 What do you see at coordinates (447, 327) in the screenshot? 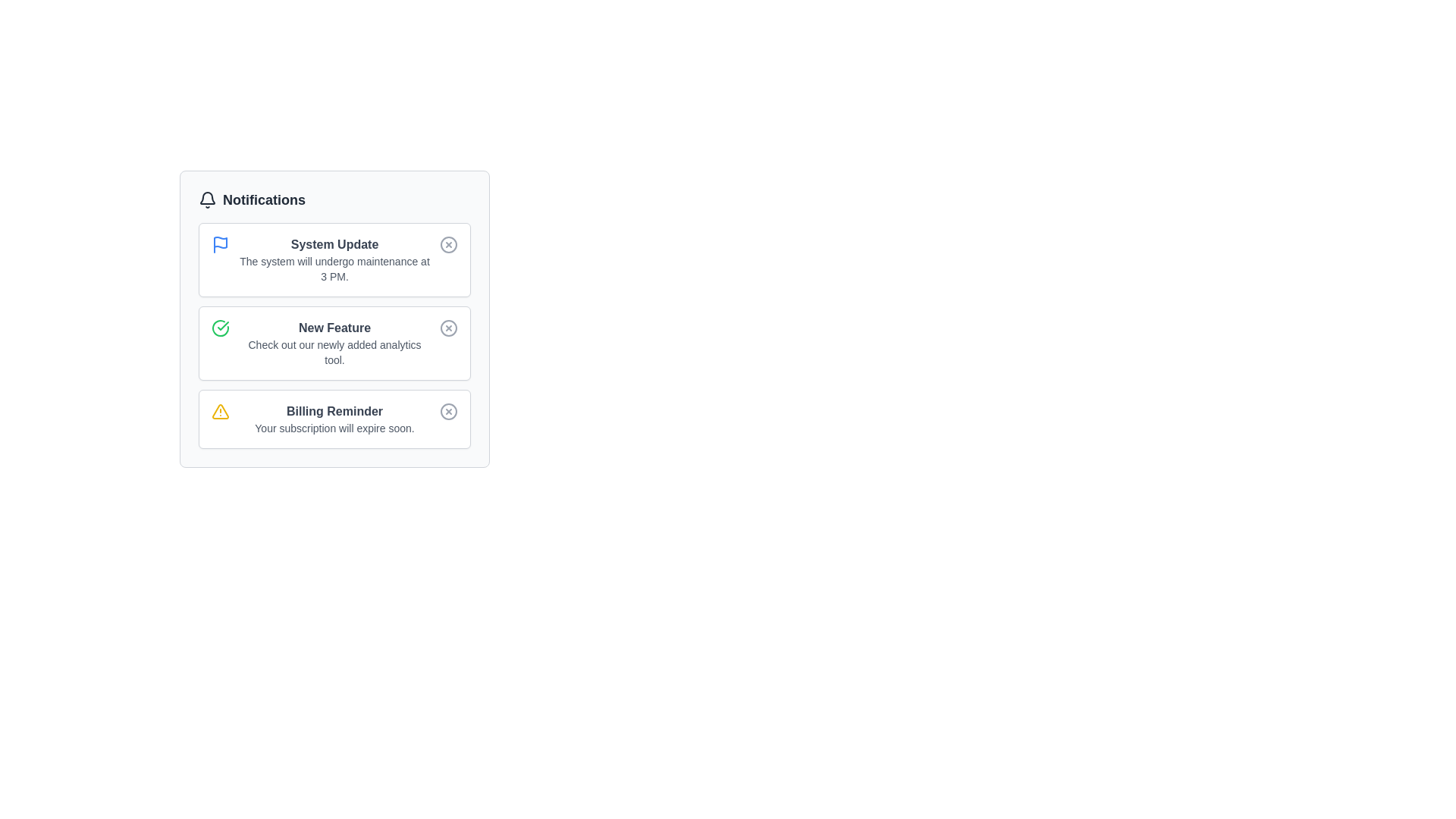
I see `the circular graphic element within the notification card titled 'New Feature', which frames the red close icon located at the right end of the card` at bounding box center [447, 327].